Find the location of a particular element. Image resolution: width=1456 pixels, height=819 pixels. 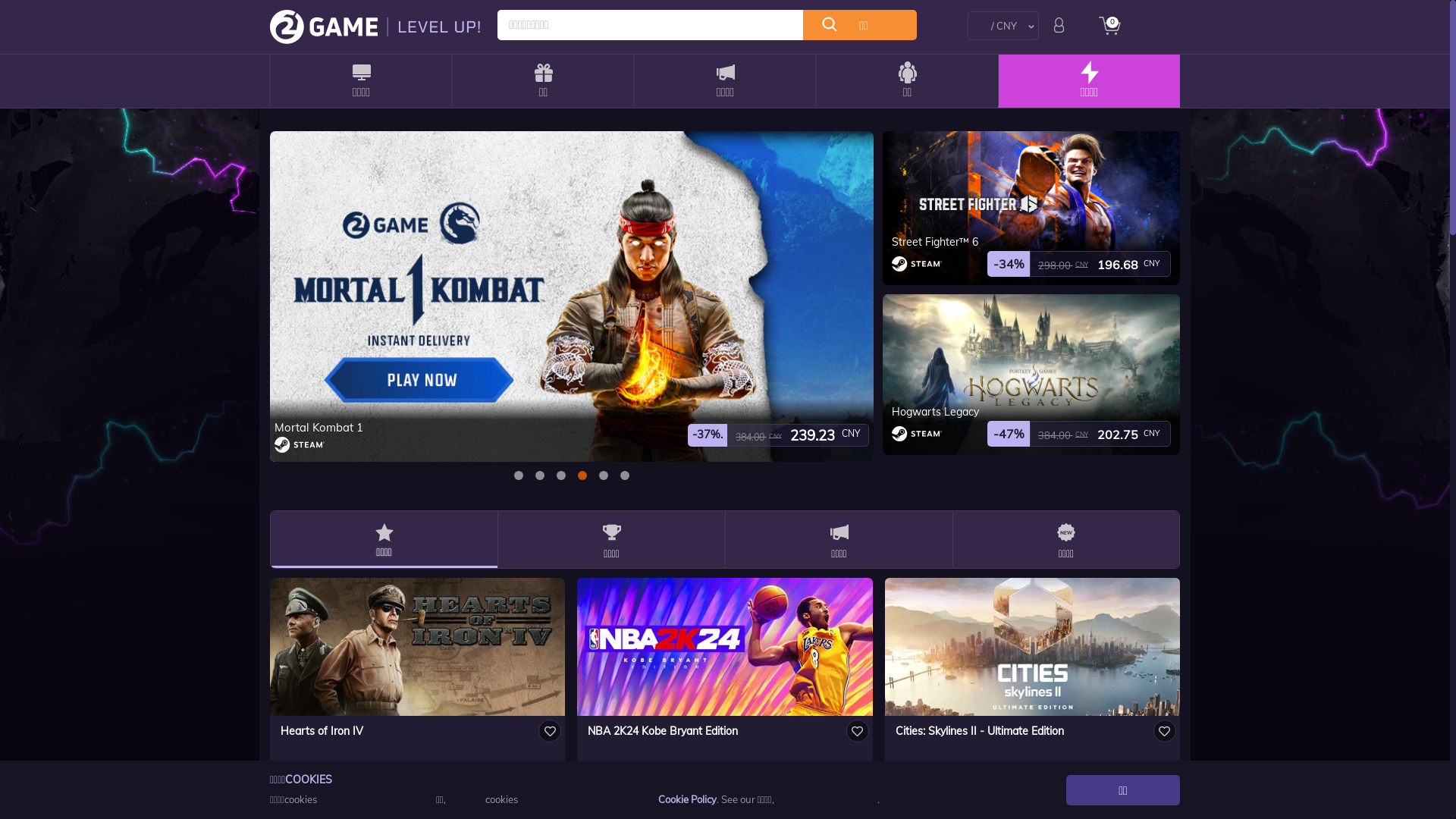

'0' is located at coordinates (513, 475).